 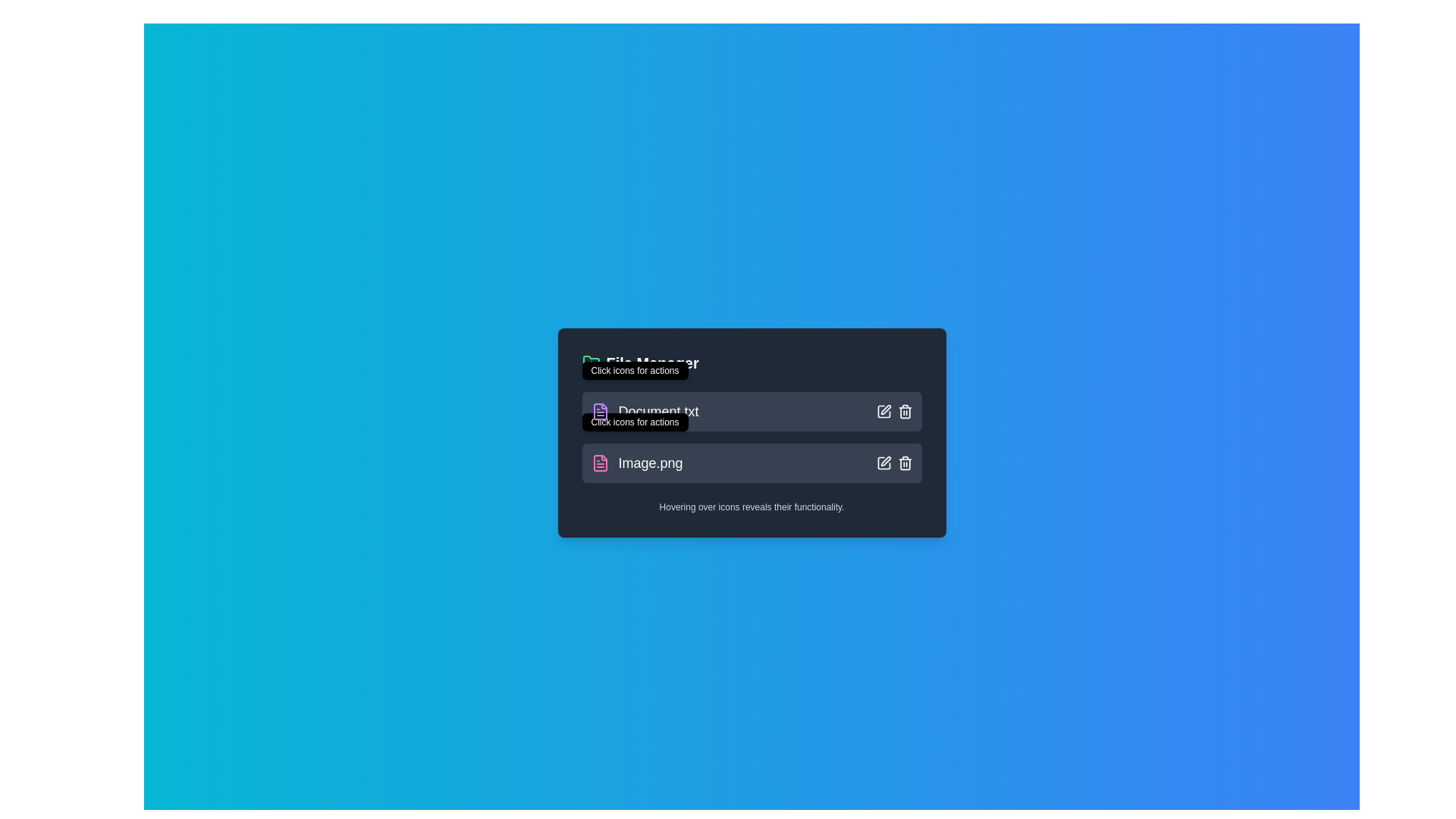 What do you see at coordinates (894, 462) in the screenshot?
I see `the pencil icon in the icon group located at the right end of the row labeled 'Image.png' to initiate the edit function` at bounding box center [894, 462].